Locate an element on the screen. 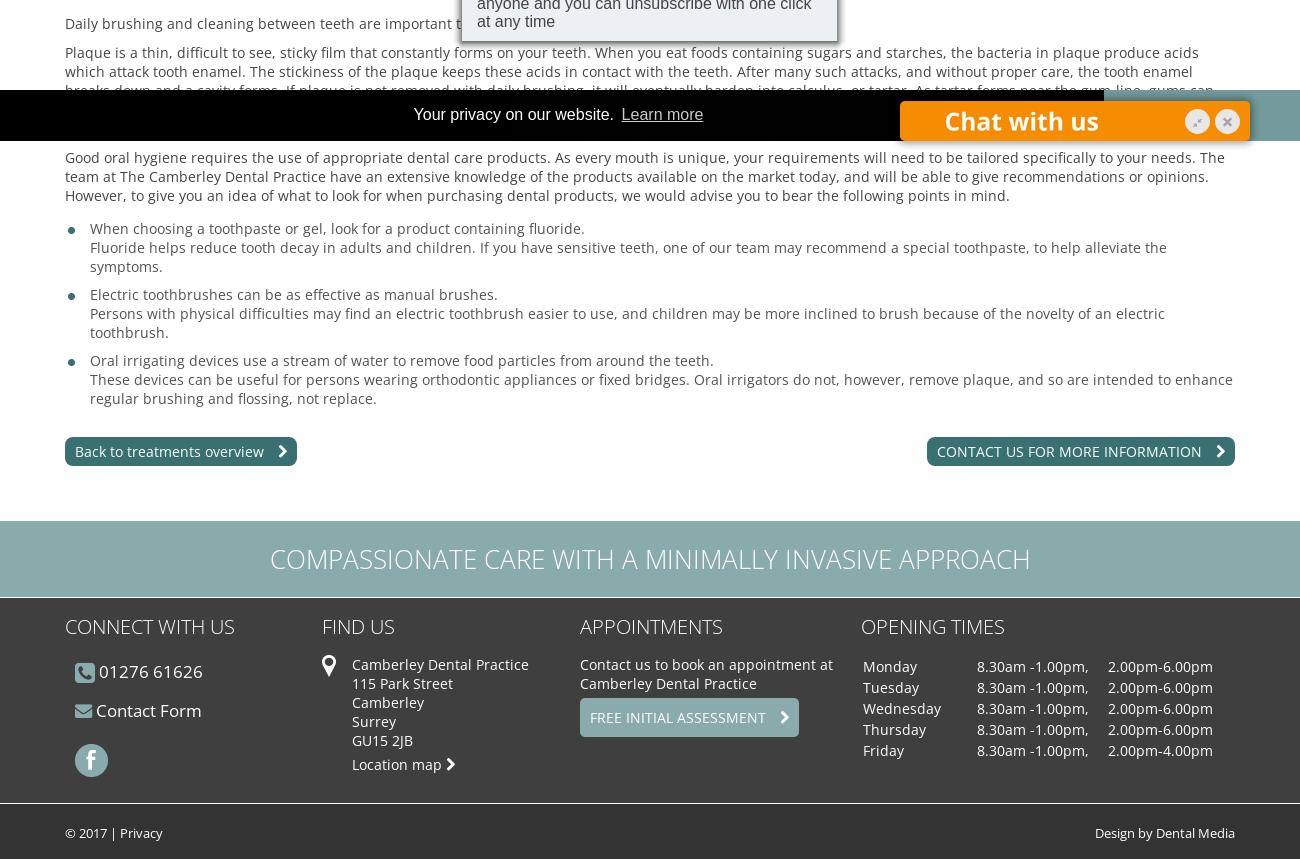 This screenshot has height=859, width=1300. '2.00pm-4.00pm' is located at coordinates (1159, 749).